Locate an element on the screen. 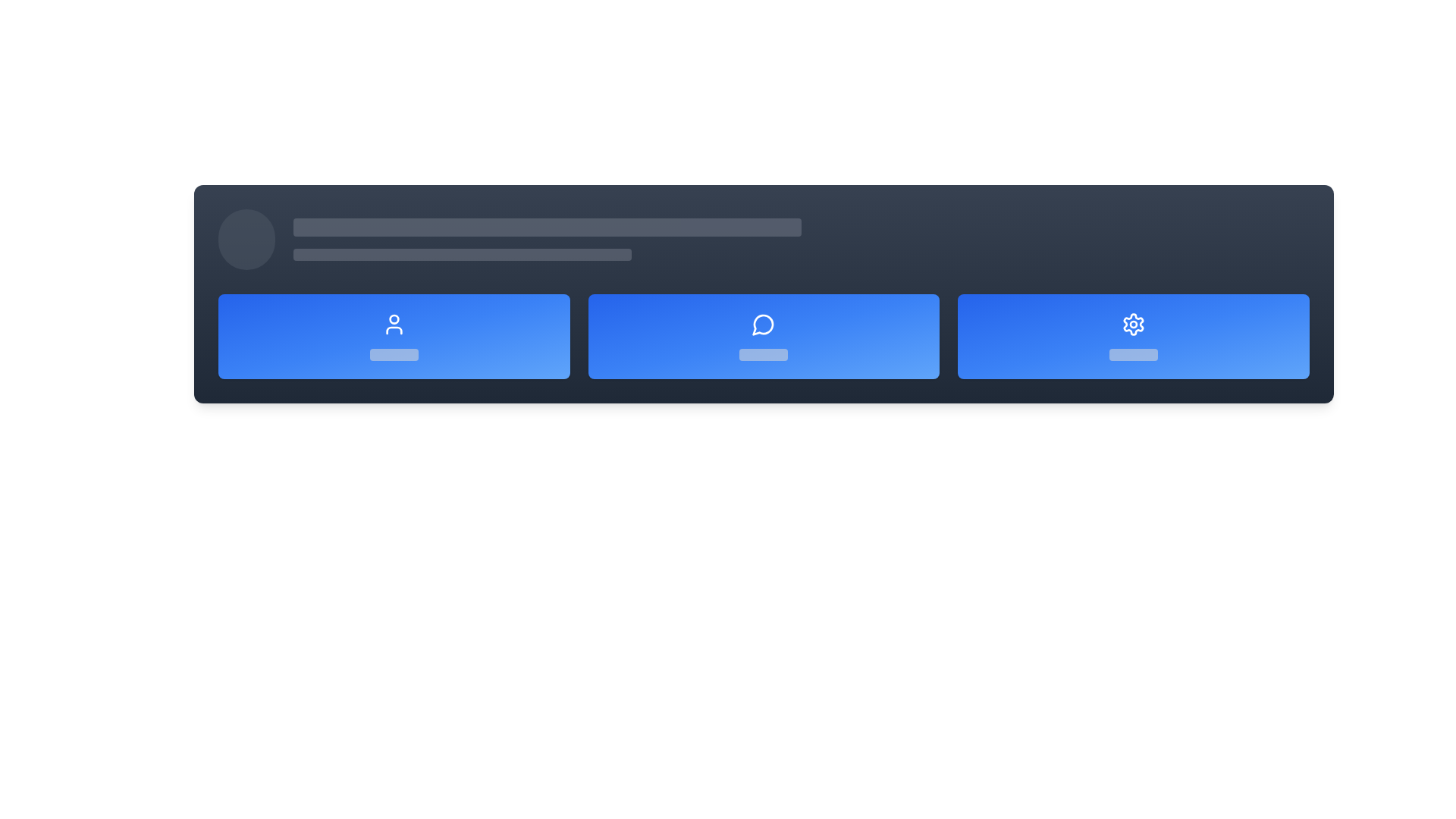 This screenshot has height=819, width=1456. the selectable card component representing messaging or communication, which is located in the middle column of a three-column layout is located at coordinates (764, 335).